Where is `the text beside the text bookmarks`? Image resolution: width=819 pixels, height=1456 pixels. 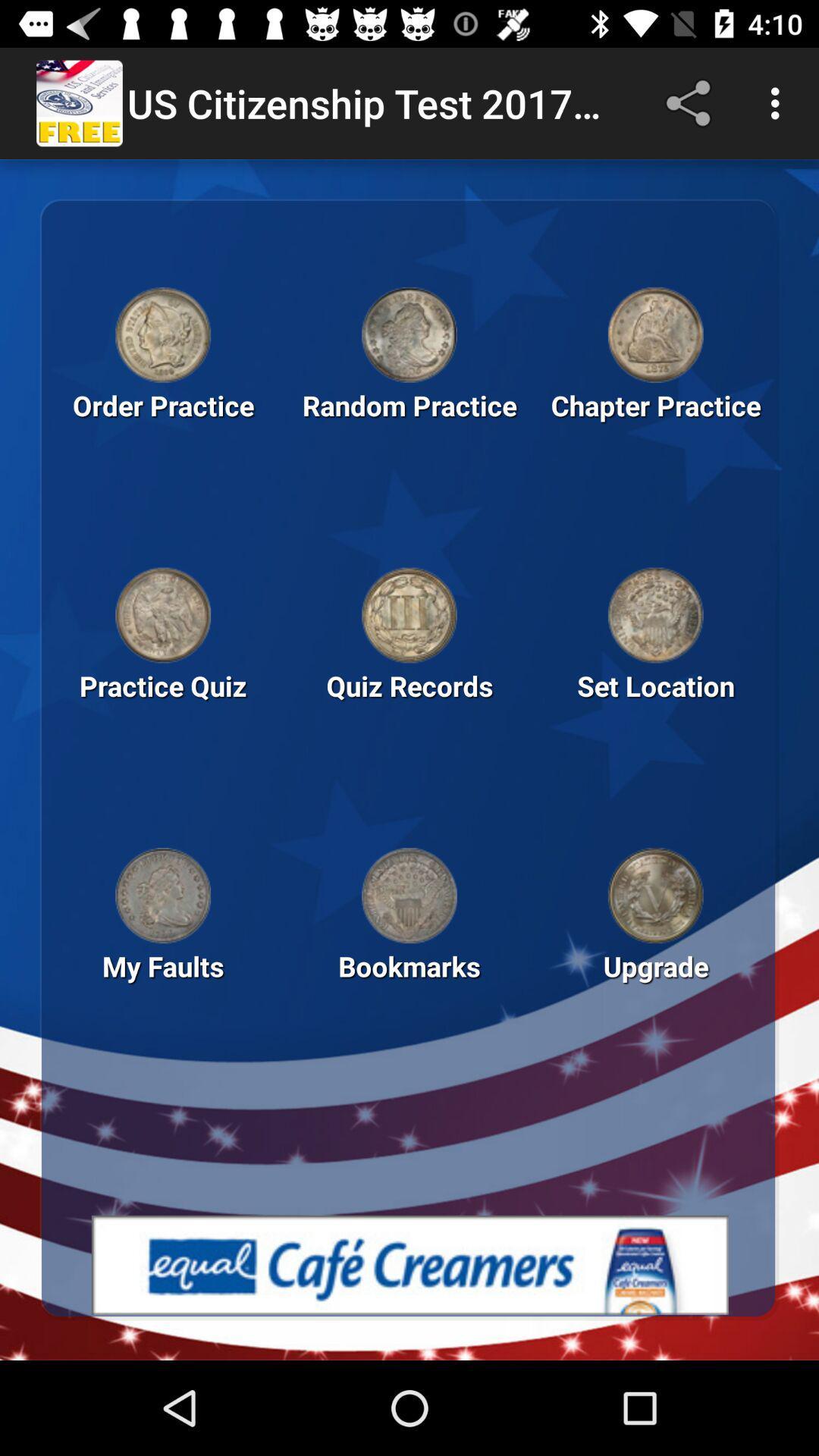
the text beside the text bookmarks is located at coordinates (654, 992).